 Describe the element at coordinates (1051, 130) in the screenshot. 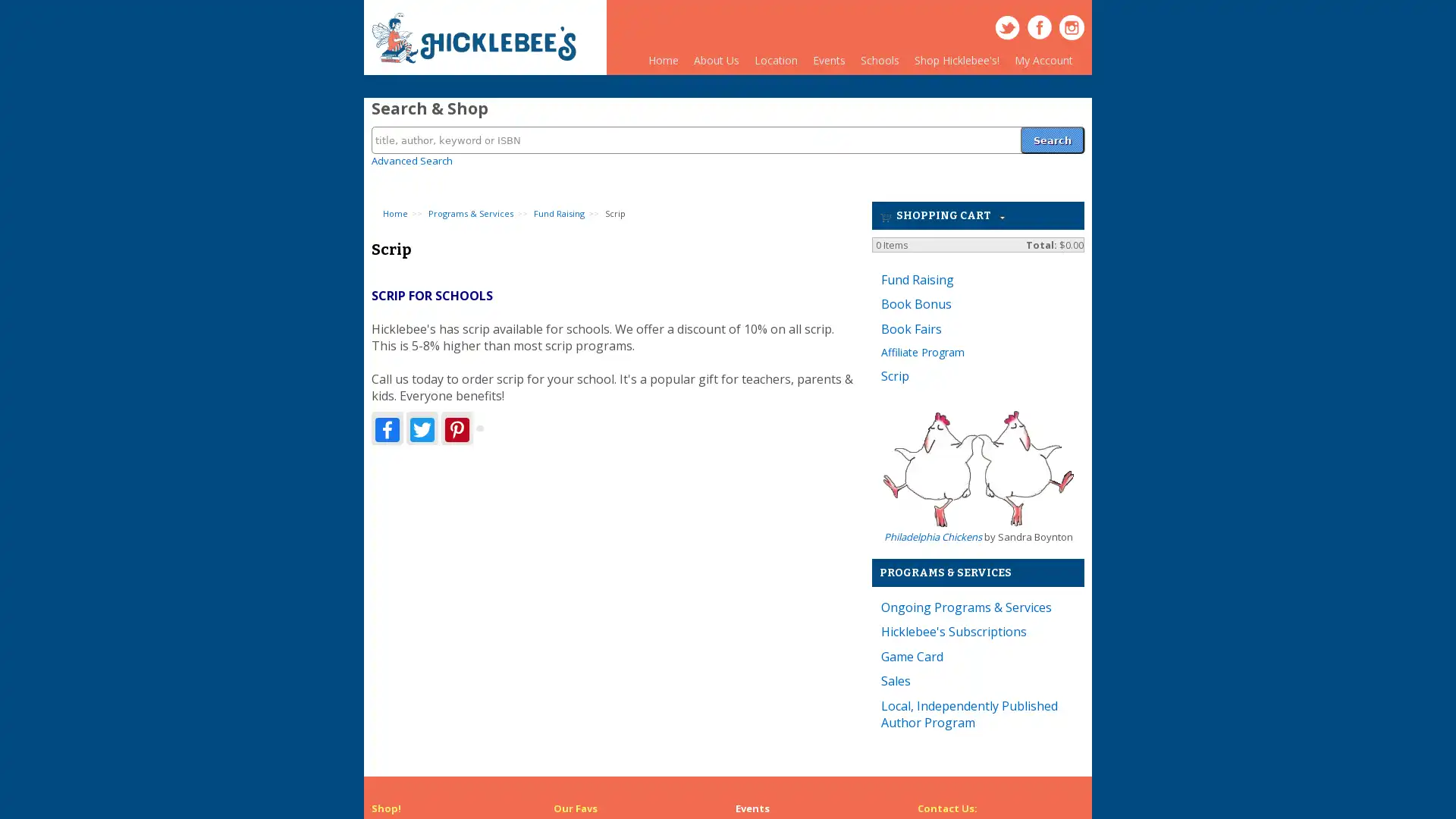

I see `Search` at that location.